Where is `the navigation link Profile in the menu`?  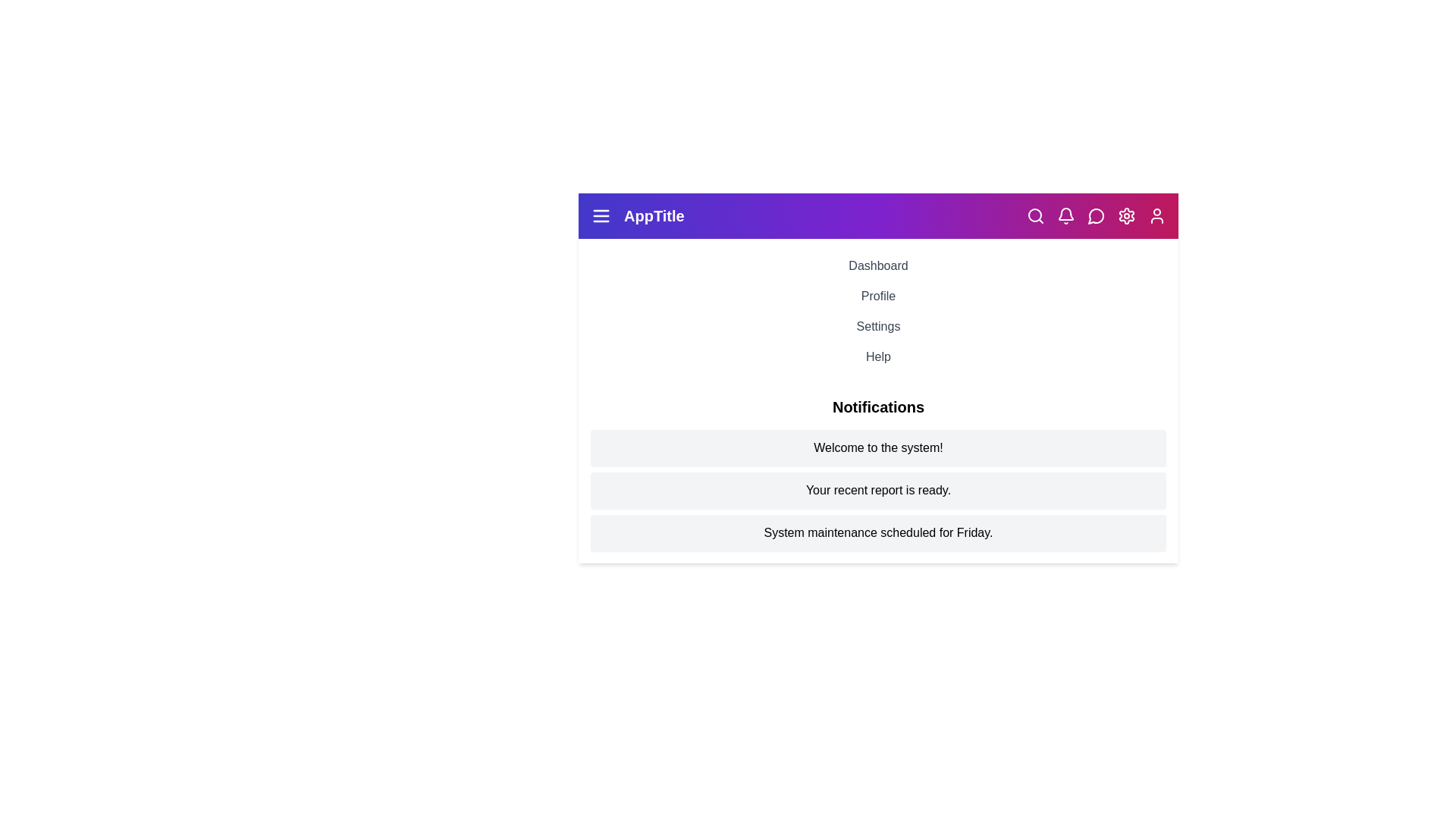 the navigation link Profile in the menu is located at coordinates (878, 296).